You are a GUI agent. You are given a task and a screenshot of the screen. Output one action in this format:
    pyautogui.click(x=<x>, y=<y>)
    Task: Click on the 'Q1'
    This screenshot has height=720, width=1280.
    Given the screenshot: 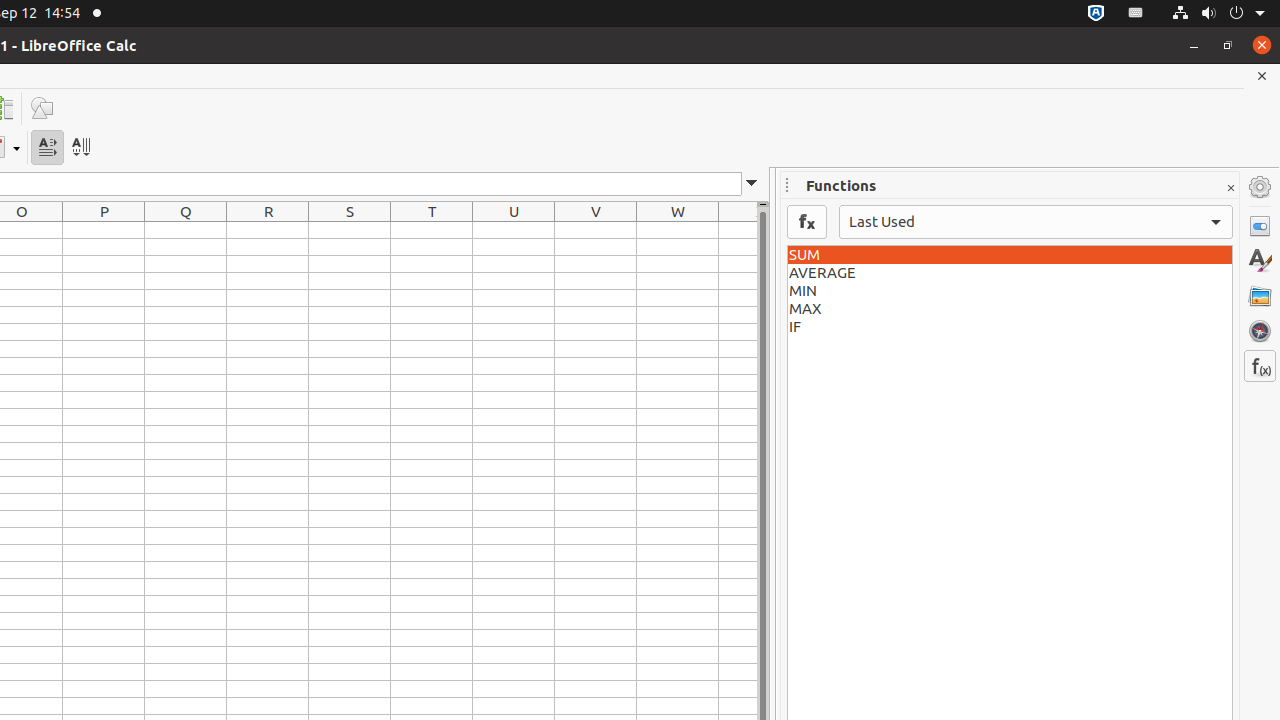 What is the action you would take?
    pyautogui.click(x=185, y=229)
    